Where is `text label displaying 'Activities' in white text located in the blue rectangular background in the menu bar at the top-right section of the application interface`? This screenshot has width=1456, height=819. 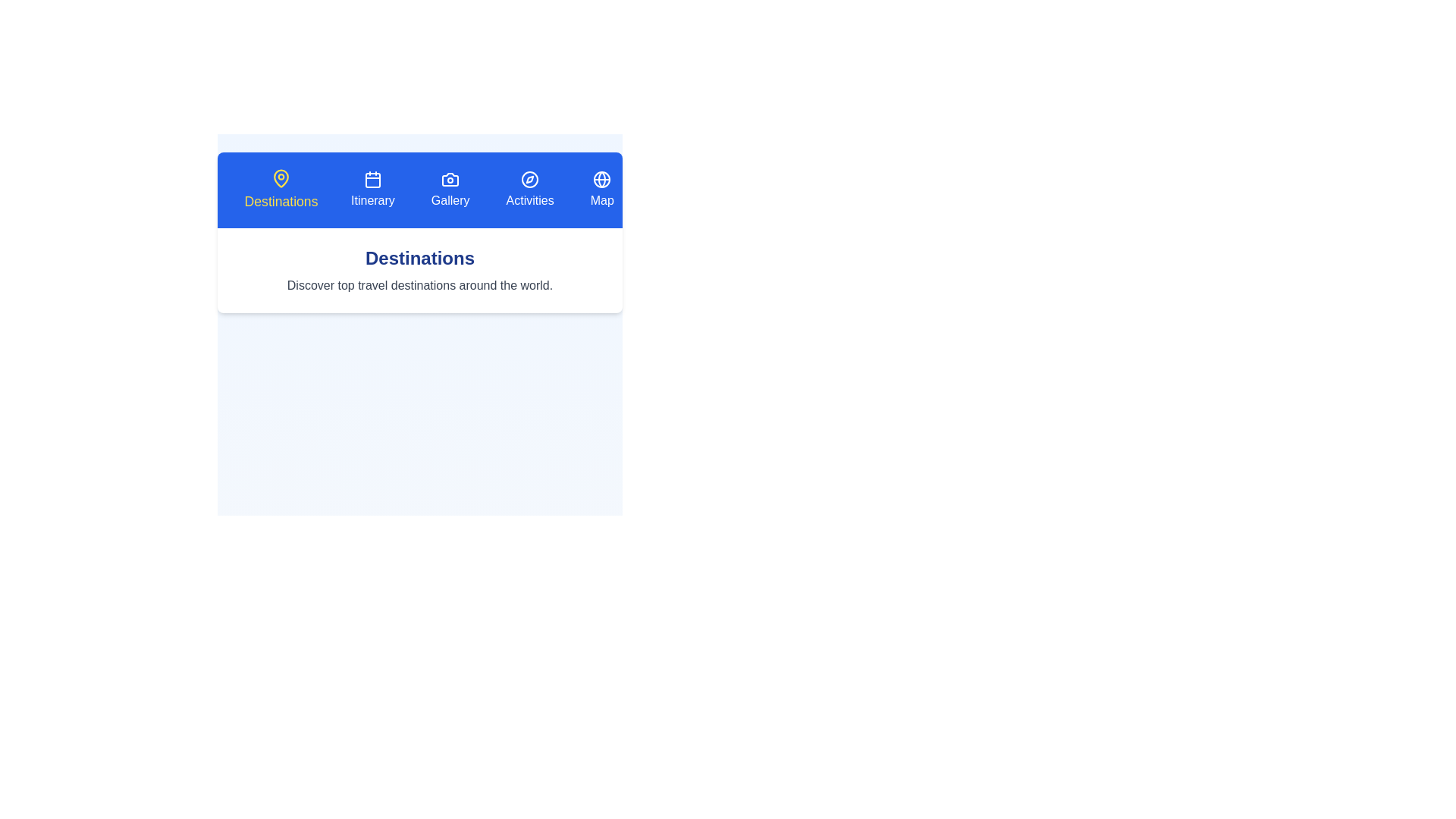
text label displaying 'Activities' in white text located in the blue rectangular background in the menu bar at the top-right section of the application interface is located at coordinates (530, 200).